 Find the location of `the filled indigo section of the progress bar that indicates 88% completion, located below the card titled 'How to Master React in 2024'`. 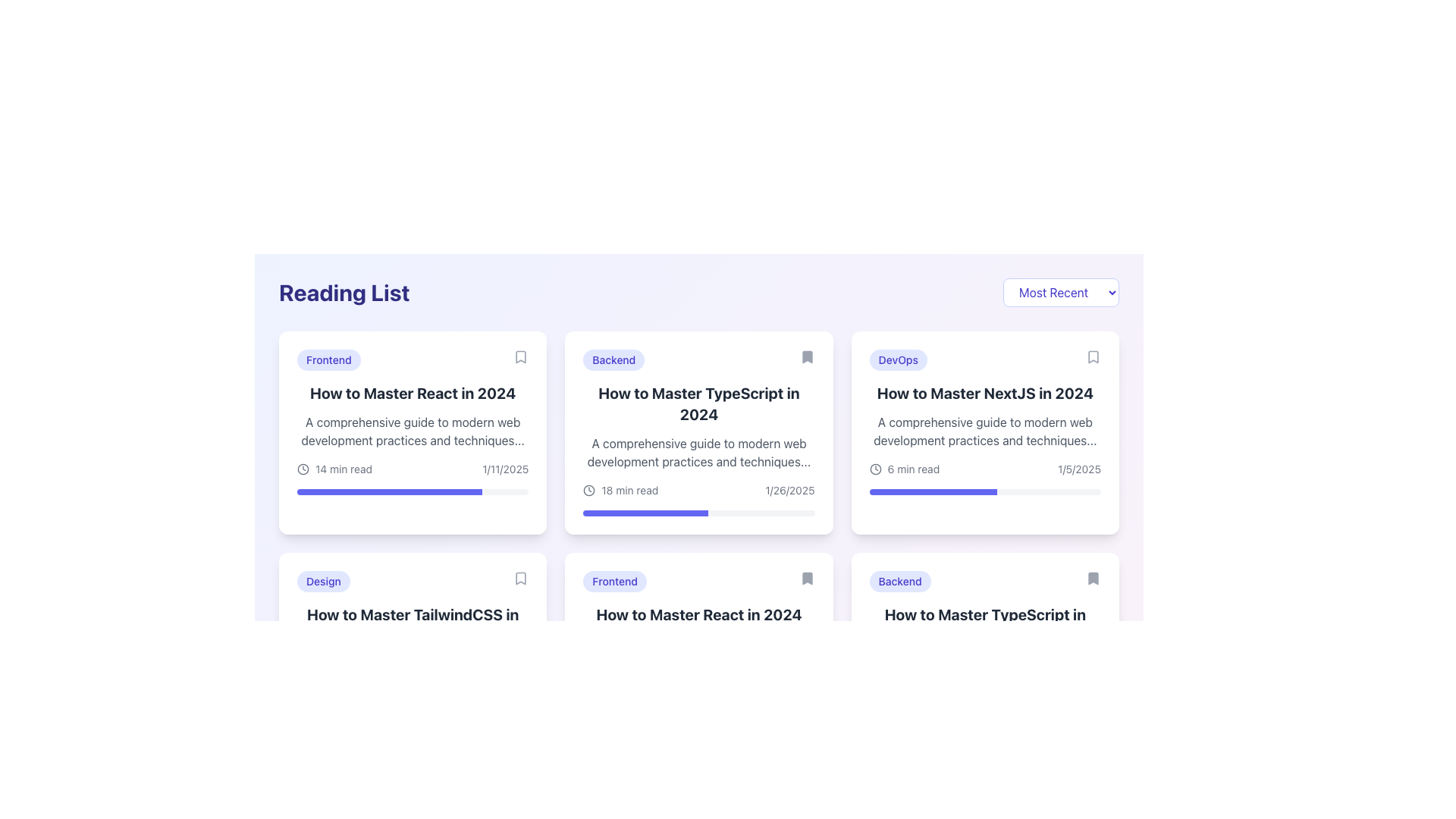

the filled indigo section of the progress bar that indicates 88% completion, located below the card titled 'How to Master React in 2024' is located at coordinates (684, 714).